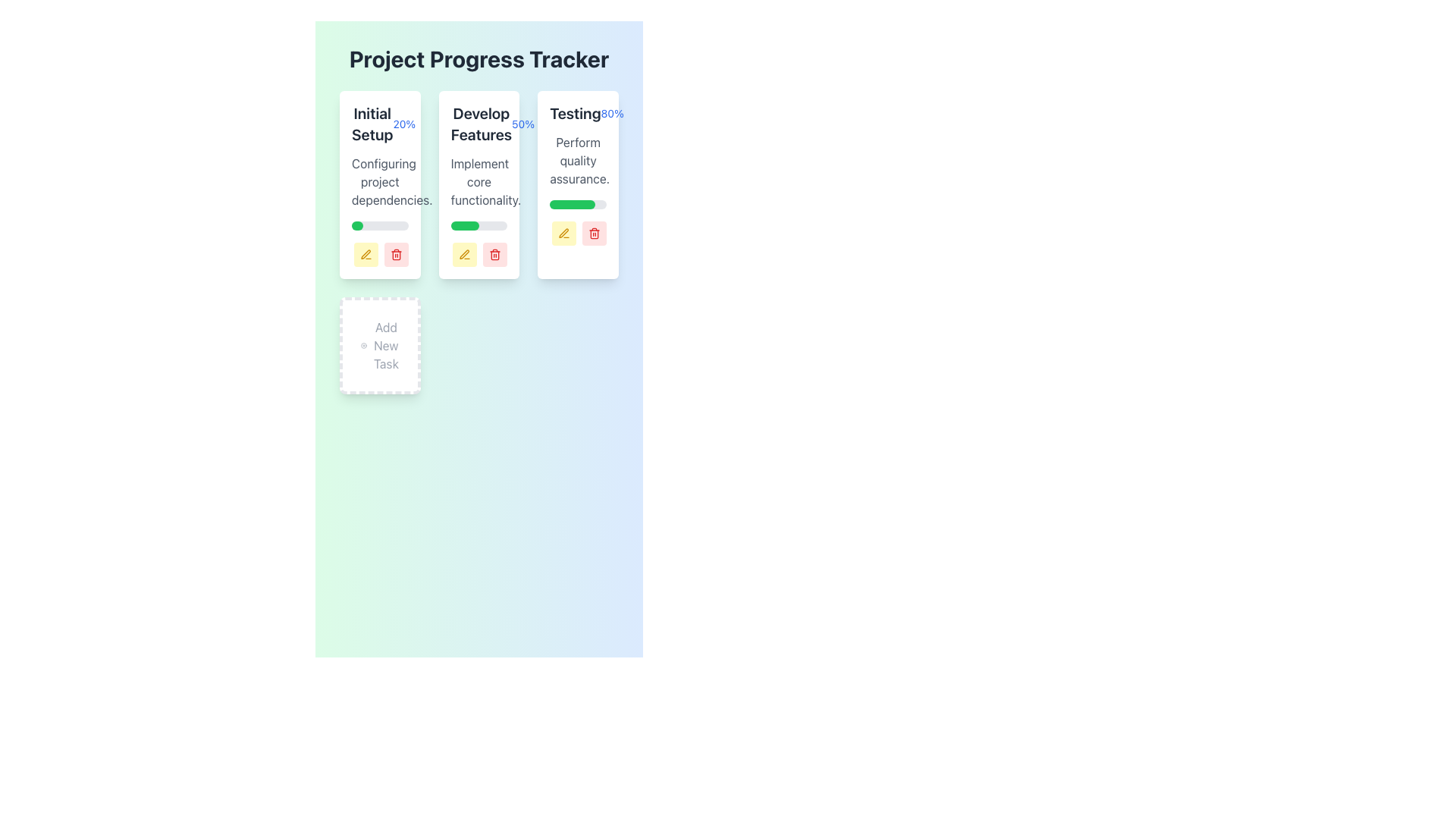 This screenshot has height=819, width=1456. What do you see at coordinates (577, 161) in the screenshot?
I see `the descriptive label text in the 'Testing' card, positioned centrally below the header 'Testing' and percentage '80%.'` at bounding box center [577, 161].